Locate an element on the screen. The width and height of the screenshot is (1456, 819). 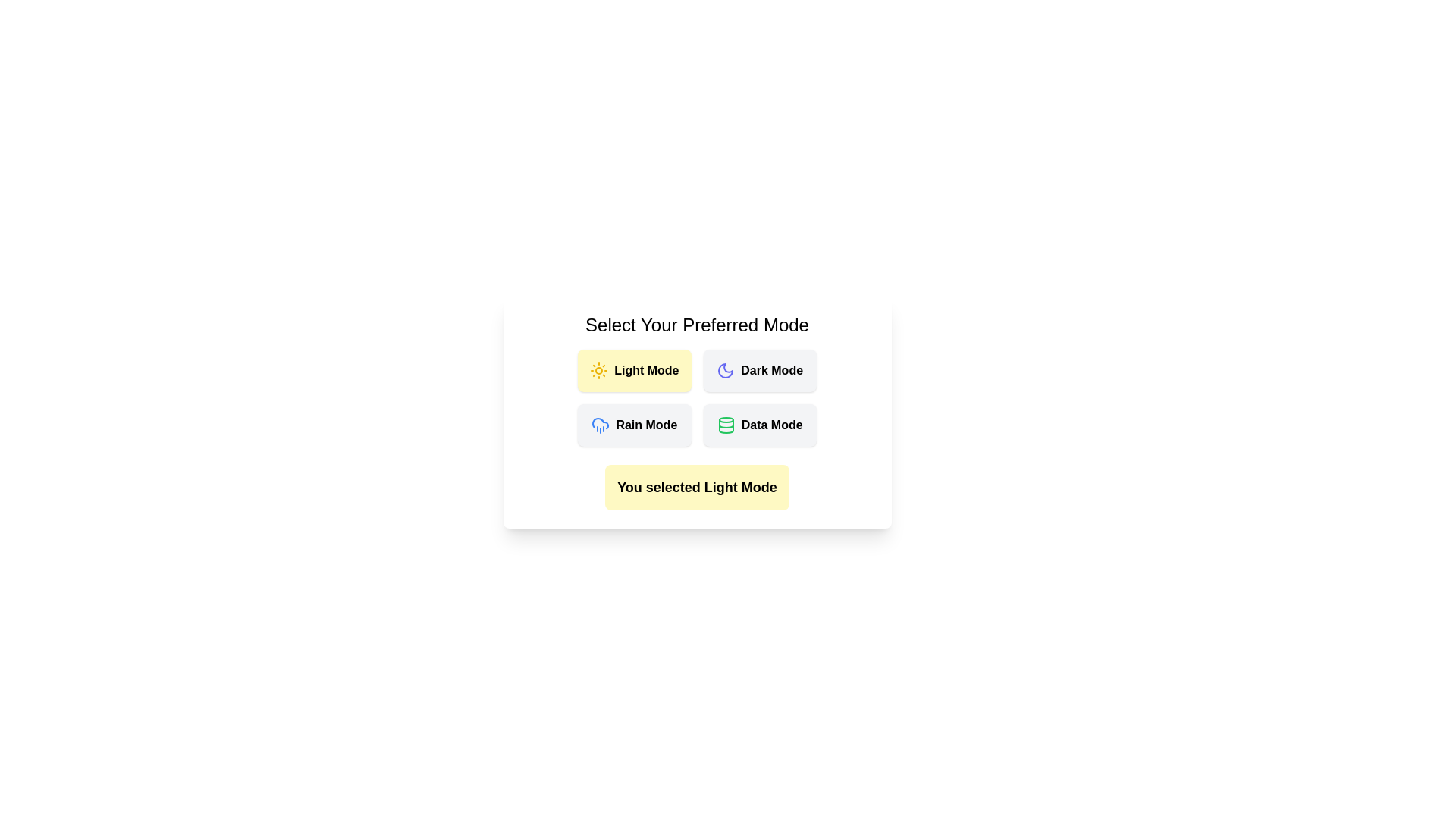
the 'Dark Mode' icon in the mode selection interface, which is visually represented and located near the text 'Dark Mode' is located at coordinates (725, 371).